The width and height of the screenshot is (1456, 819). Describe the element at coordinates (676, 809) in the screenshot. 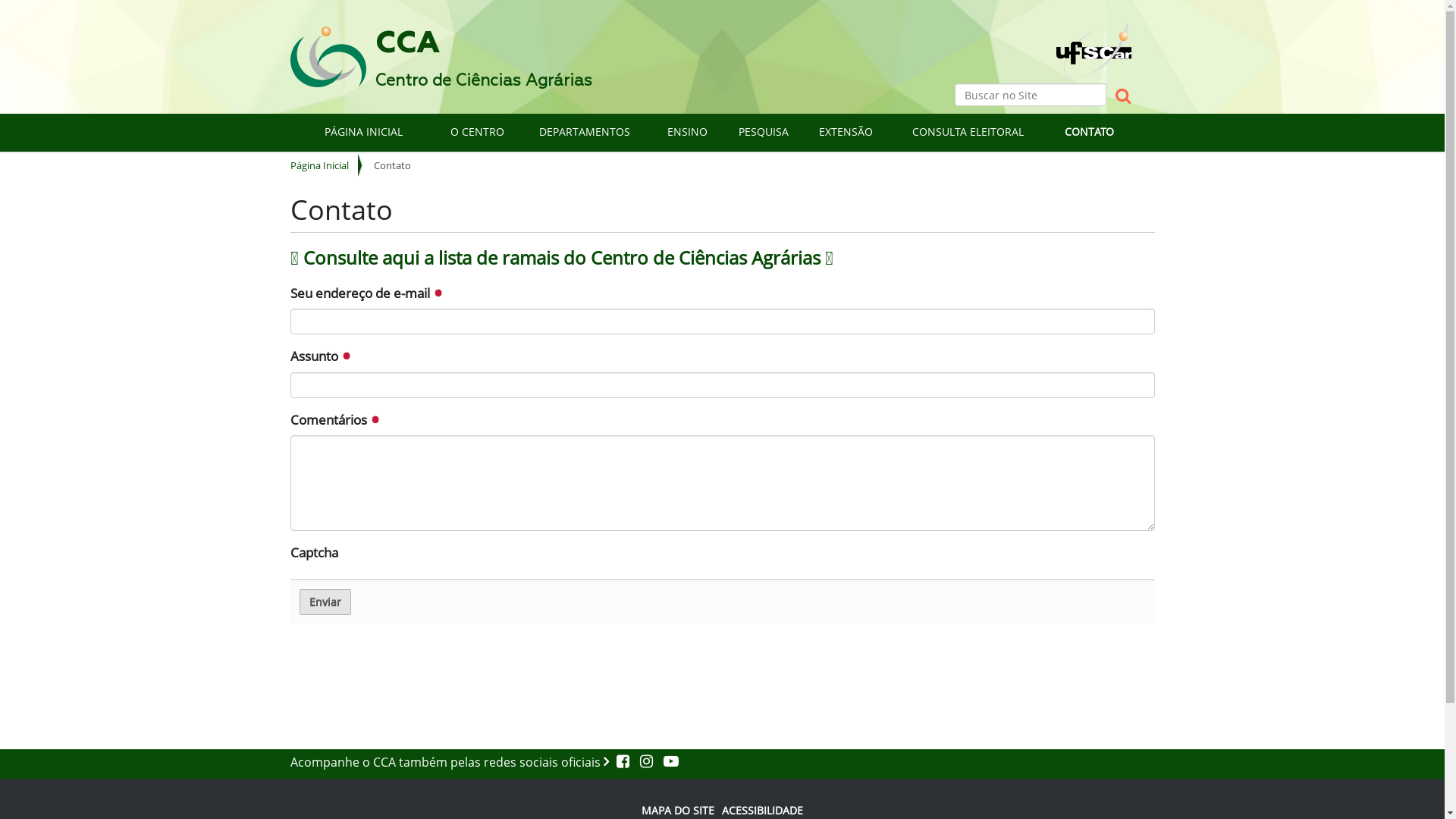

I see `'MAPA DO SITE'` at that location.